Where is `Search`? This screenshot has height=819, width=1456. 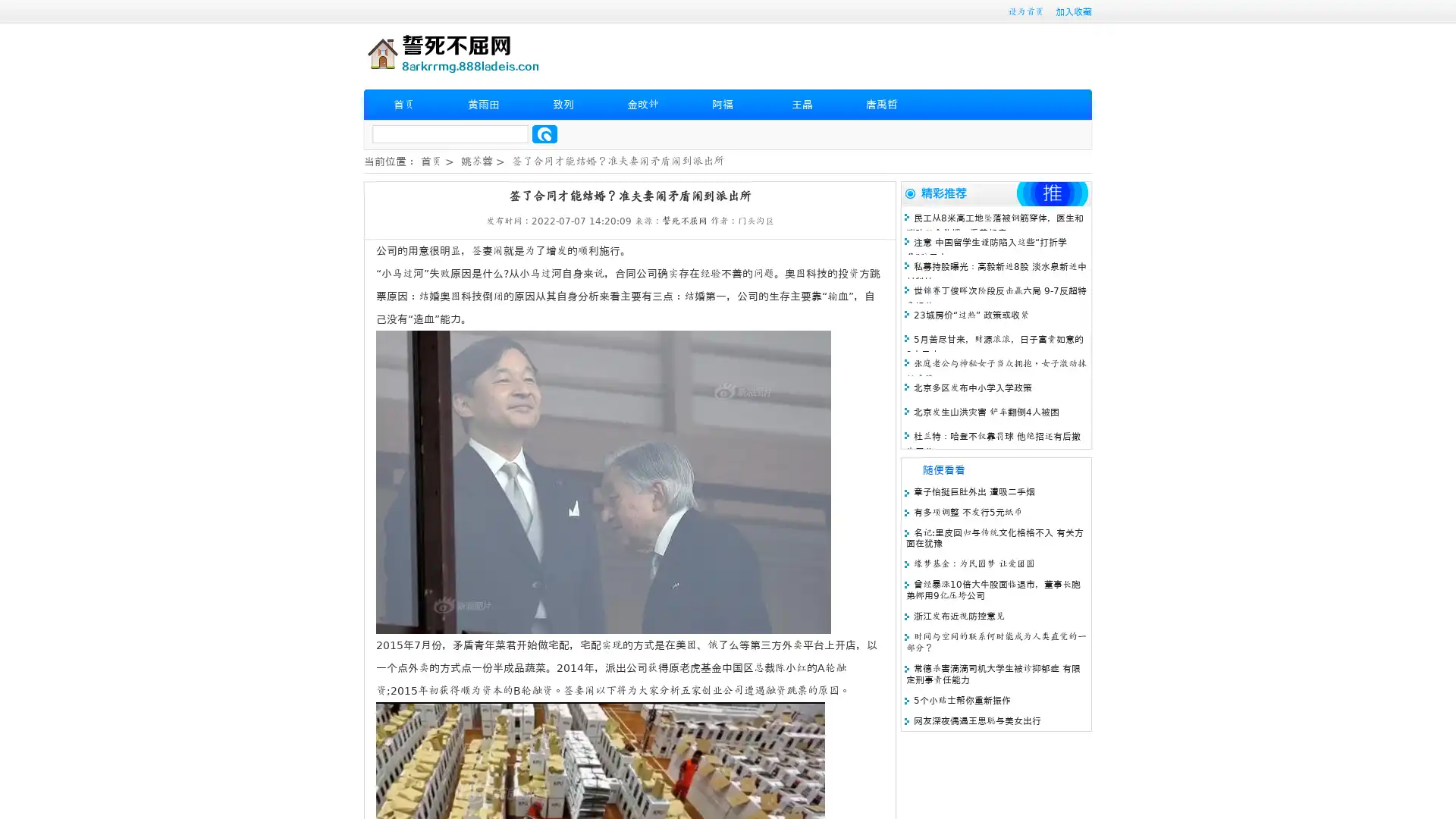
Search is located at coordinates (544, 133).